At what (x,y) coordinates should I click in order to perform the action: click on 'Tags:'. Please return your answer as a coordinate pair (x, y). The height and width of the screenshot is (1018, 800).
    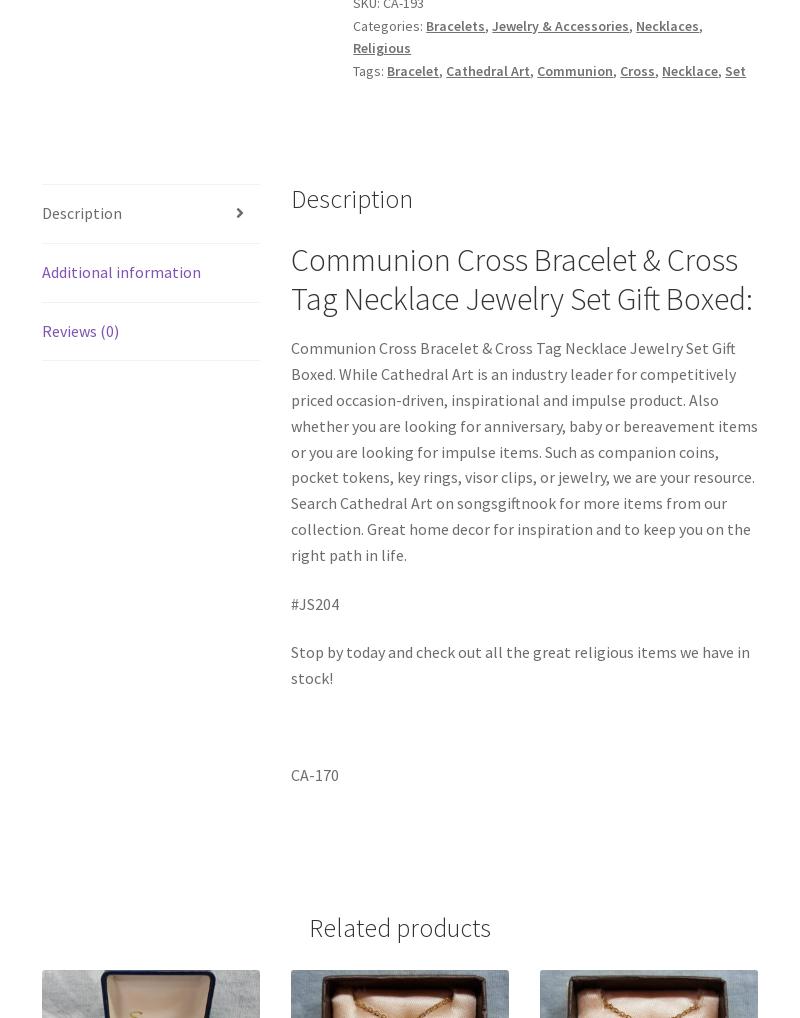
    Looking at the image, I should click on (369, 70).